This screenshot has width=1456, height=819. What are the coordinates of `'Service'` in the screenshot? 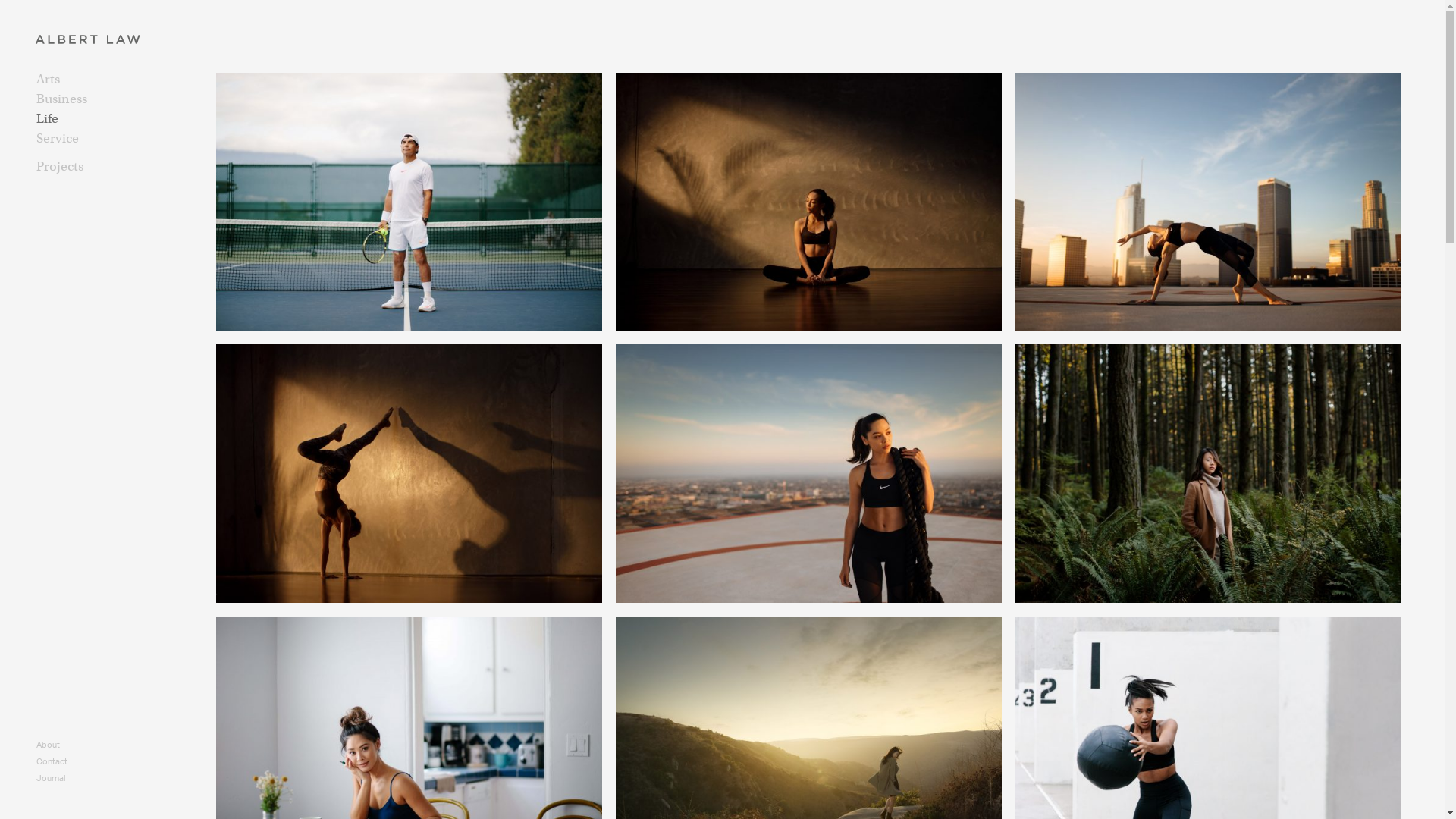 It's located at (36, 138).